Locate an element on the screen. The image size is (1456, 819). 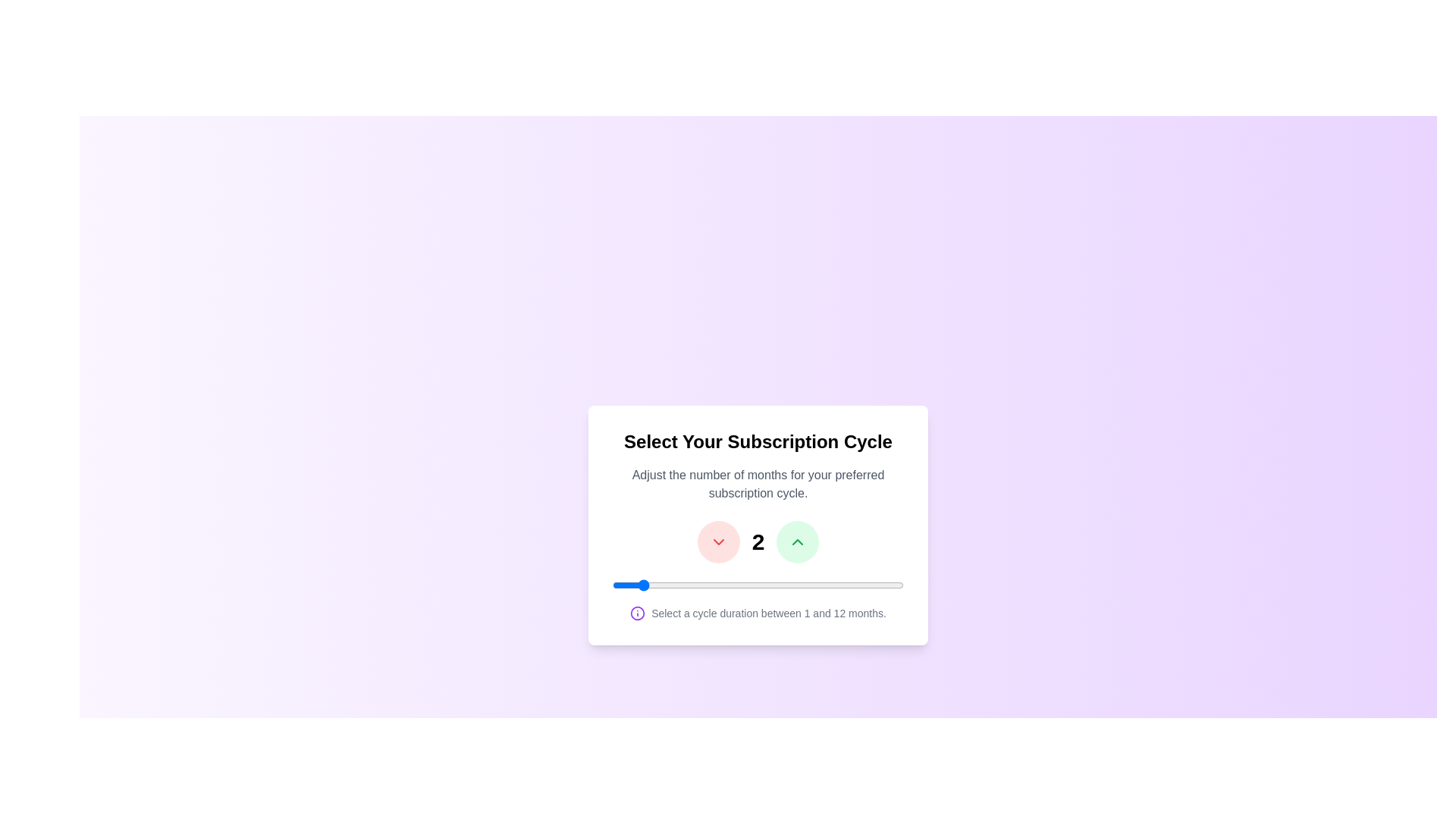
information displayed in the Text header, which serves as a section title for the subscription cycle selection interface is located at coordinates (758, 441).